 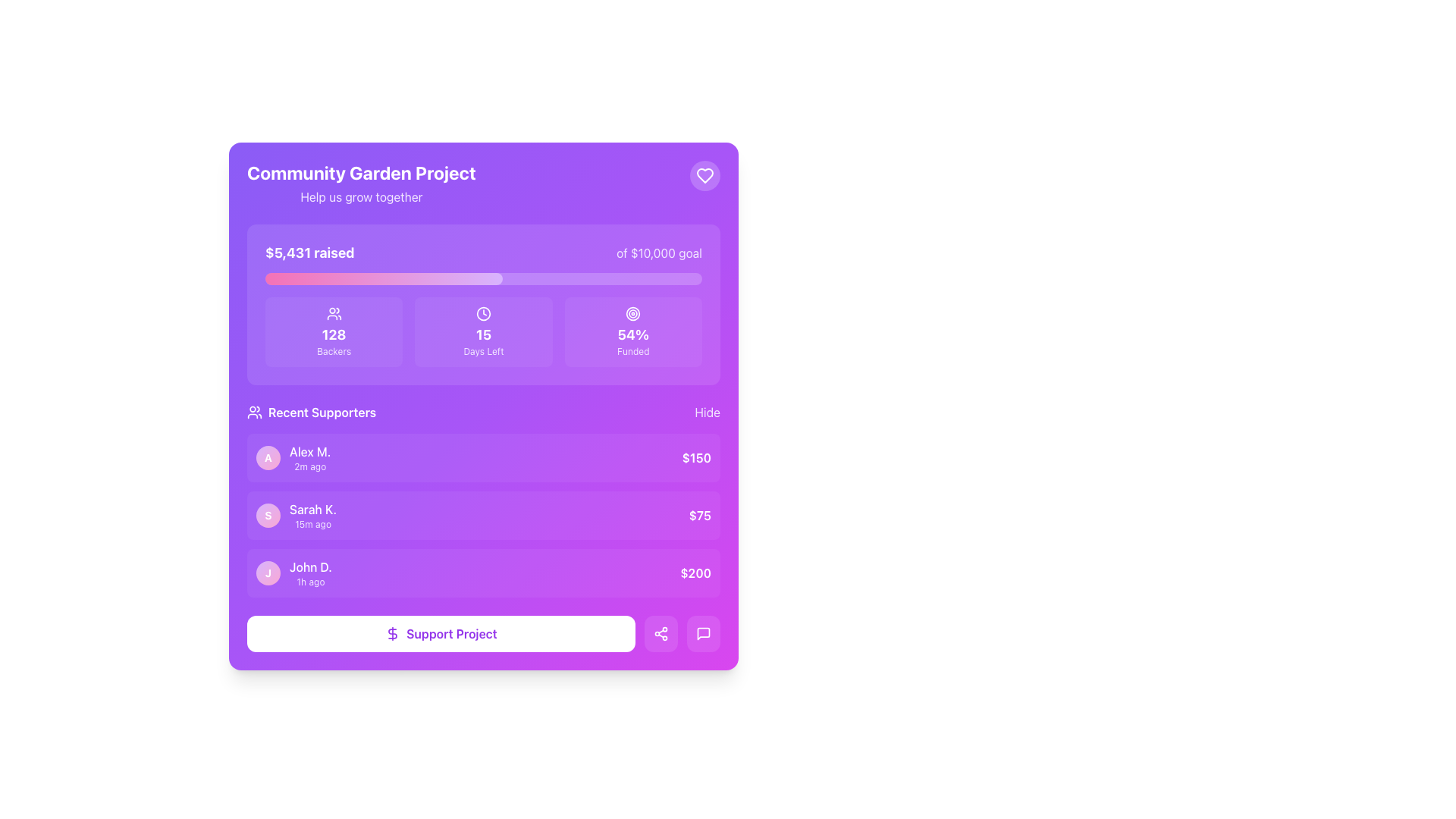 What do you see at coordinates (483, 514) in the screenshot?
I see `the second supporter entry in the list of recent supporters, which is located below 'Alex M. $150' and above 'John D. $200' in the purple panel` at bounding box center [483, 514].